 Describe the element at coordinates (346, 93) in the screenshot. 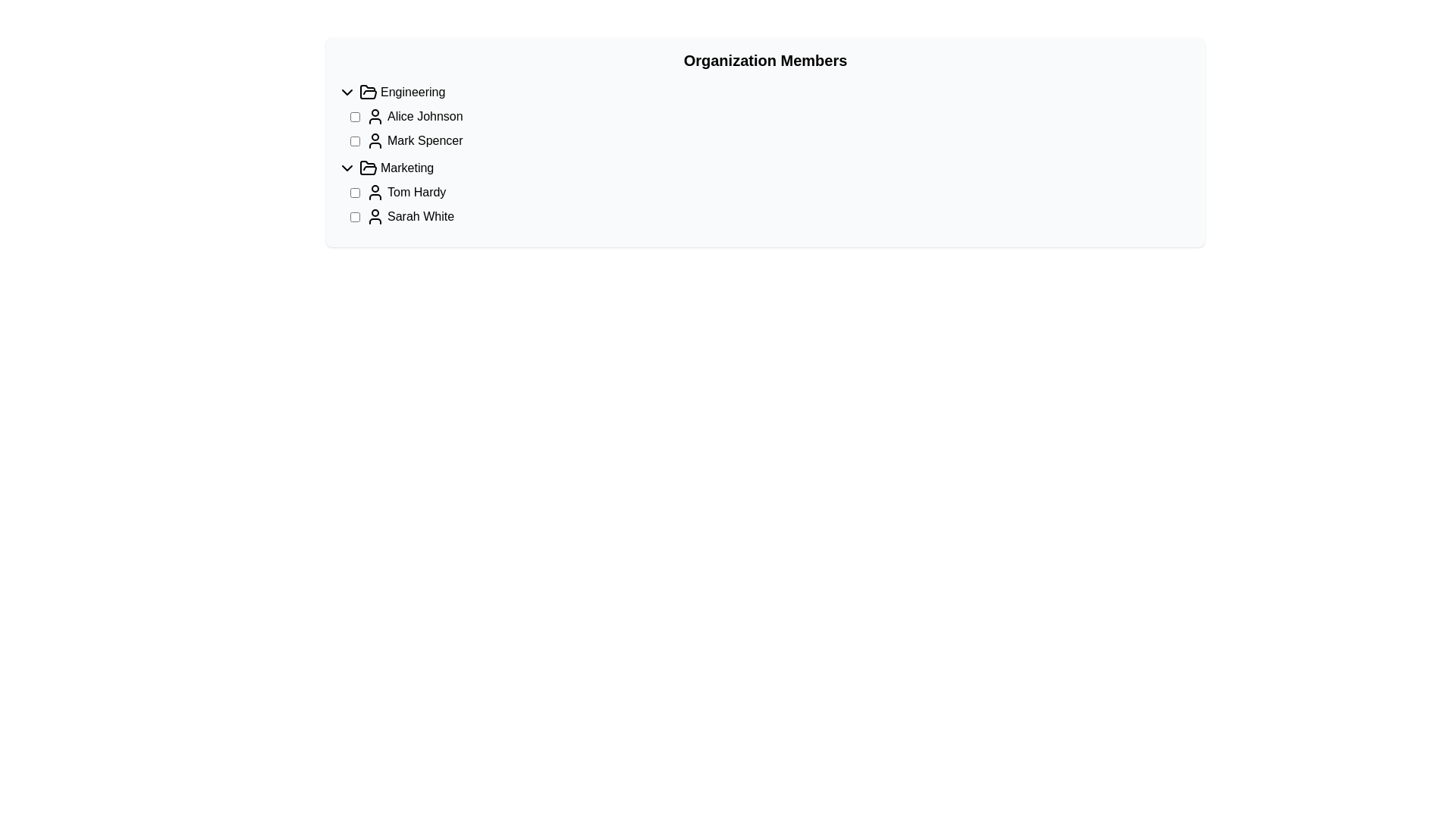

I see `the downward-facing chevron arrow toggle button located to the left of the 'Engineering' label` at that location.